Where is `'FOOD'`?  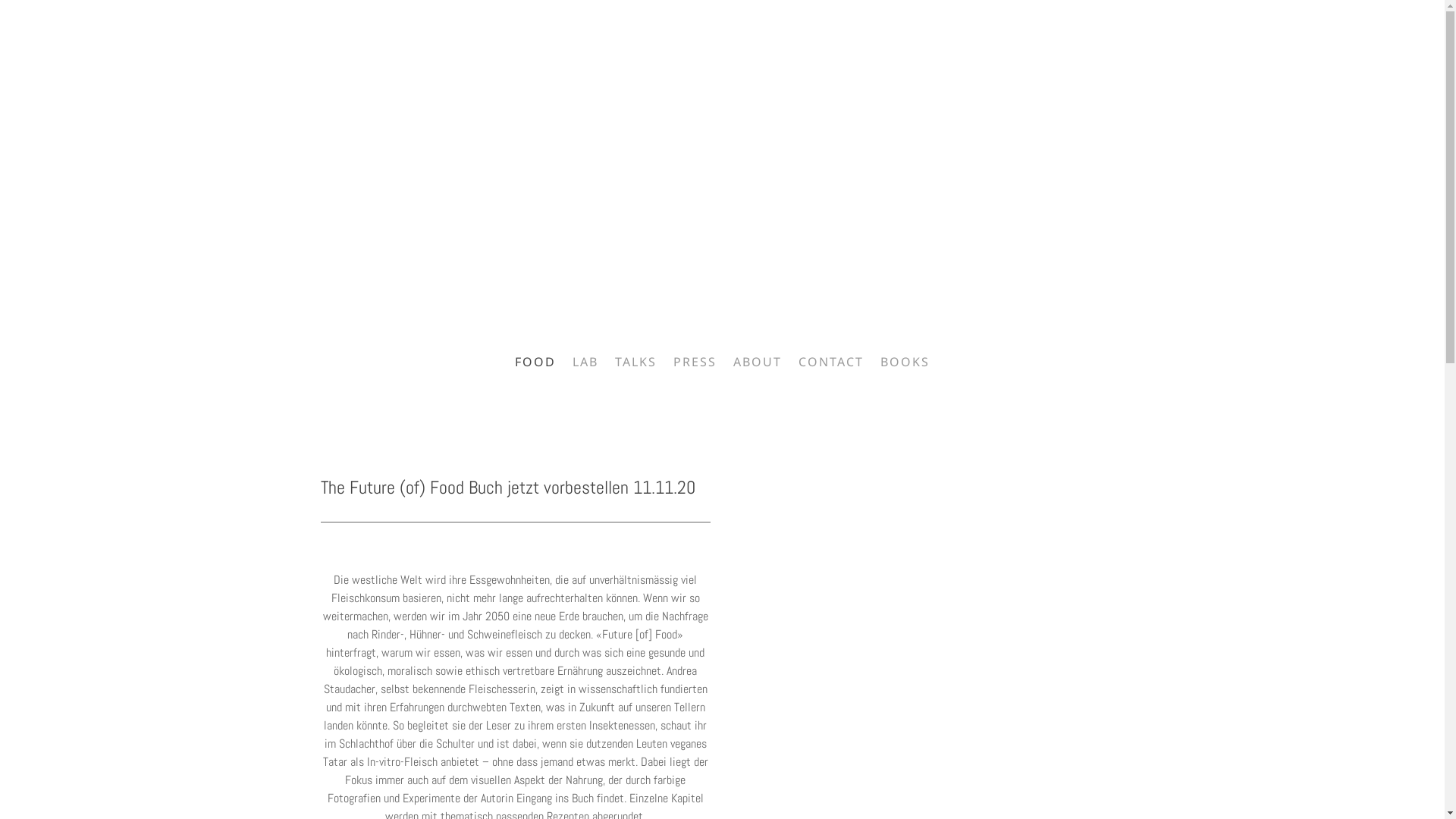
'FOOD' is located at coordinates (535, 362).